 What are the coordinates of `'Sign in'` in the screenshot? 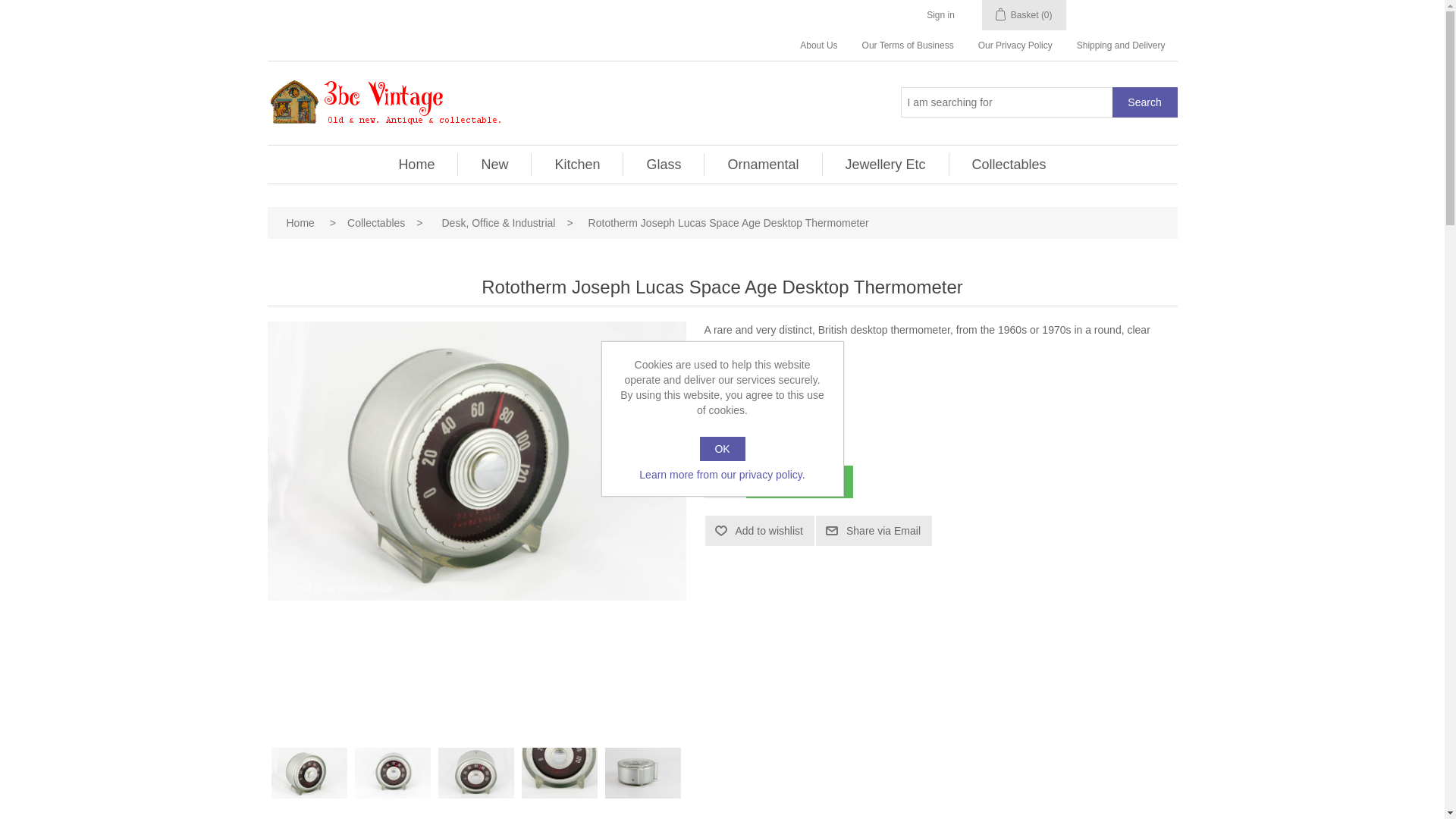 It's located at (940, 14).